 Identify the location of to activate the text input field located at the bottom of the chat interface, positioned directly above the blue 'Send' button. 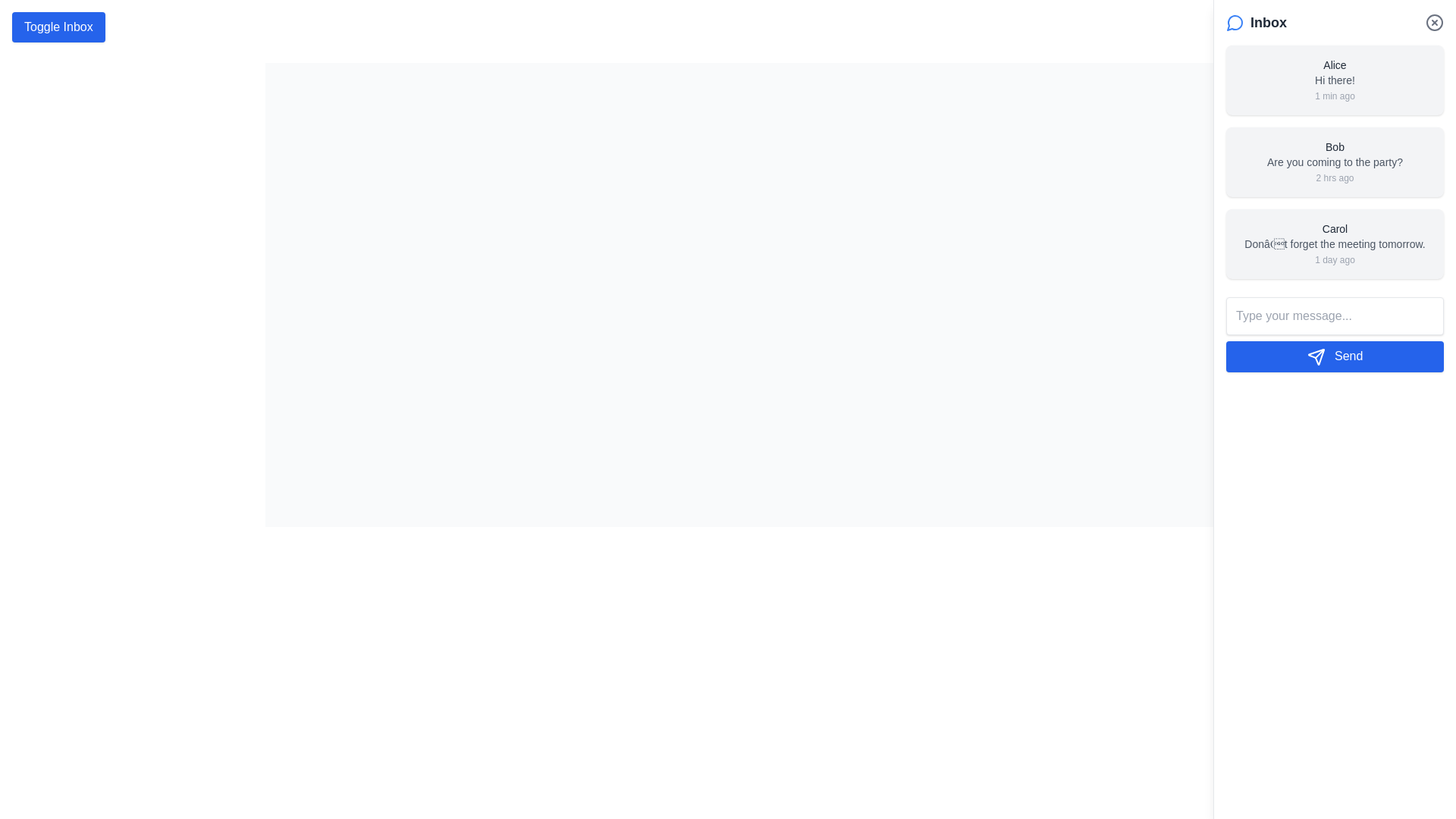
(1335, 315).